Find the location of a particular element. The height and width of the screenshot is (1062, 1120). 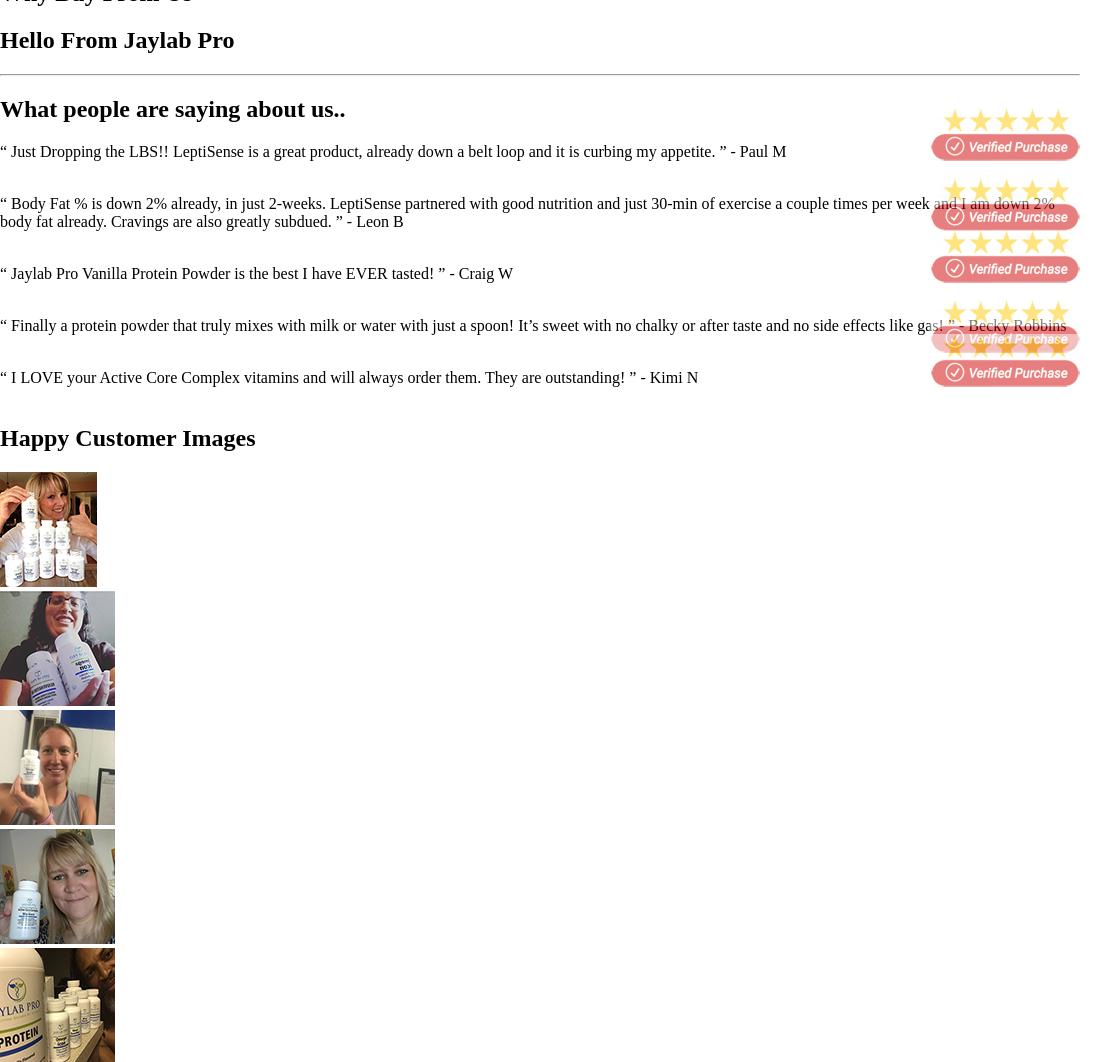

'Hello From Jaylab Pro' is located at coordinates (117, 40).